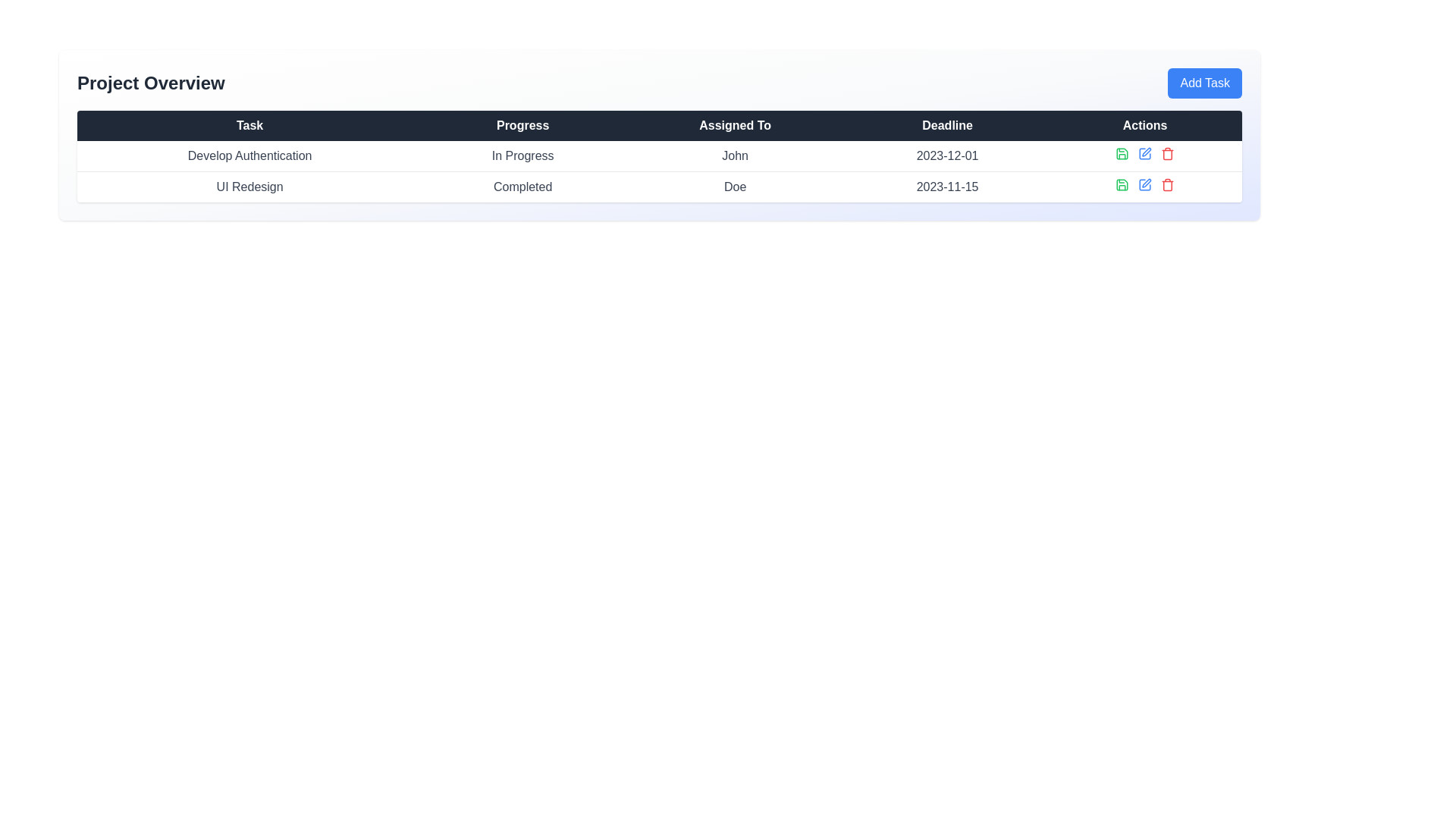  I want to click on the edit icon button located in the 'Actions' column of the task 'Develop Authentication' in the table interface, so click(1147, 152).